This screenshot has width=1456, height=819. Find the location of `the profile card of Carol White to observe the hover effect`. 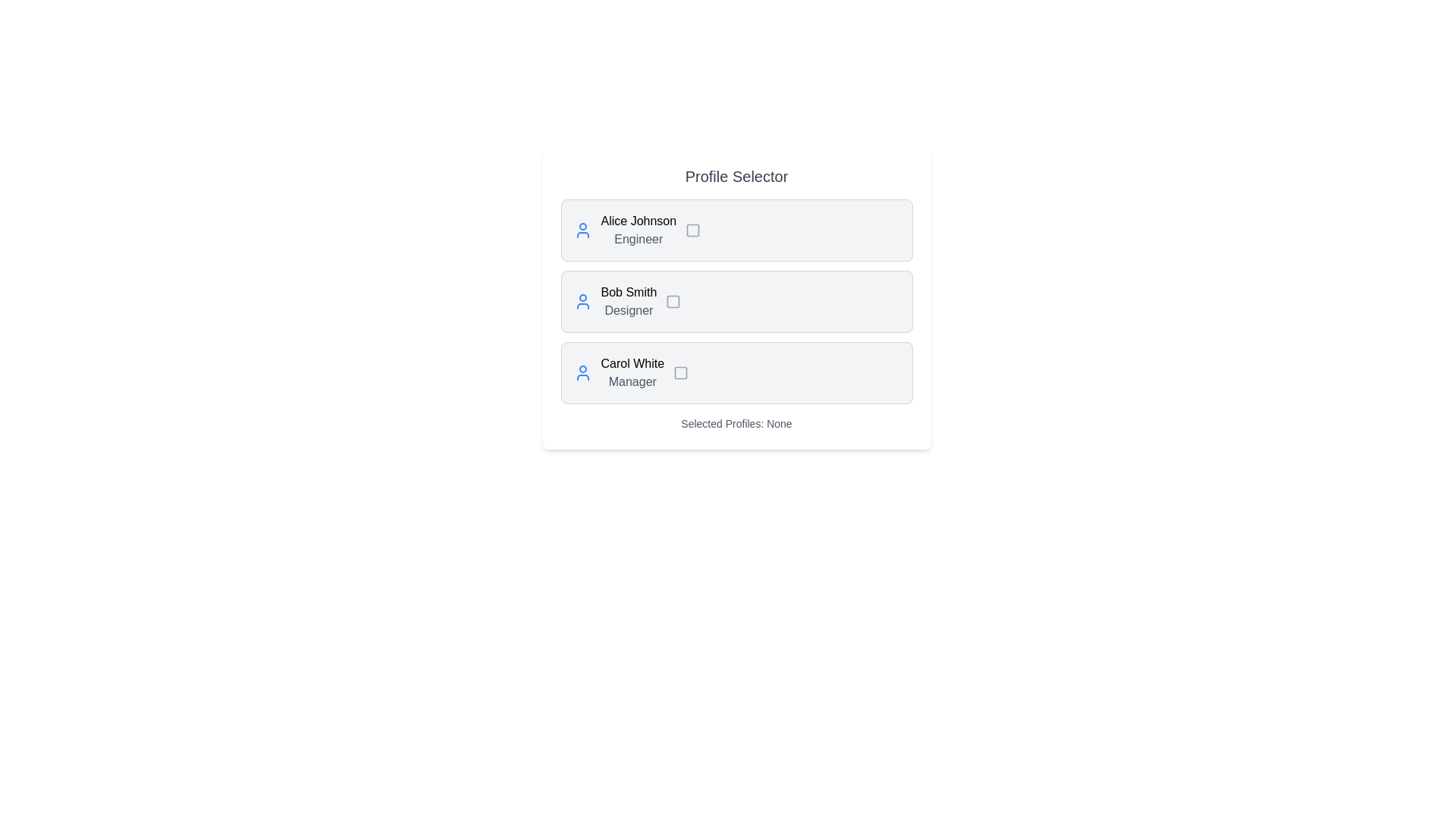

the profile card of Carol White to observe the hover effect is located at coordinates (736, 373).